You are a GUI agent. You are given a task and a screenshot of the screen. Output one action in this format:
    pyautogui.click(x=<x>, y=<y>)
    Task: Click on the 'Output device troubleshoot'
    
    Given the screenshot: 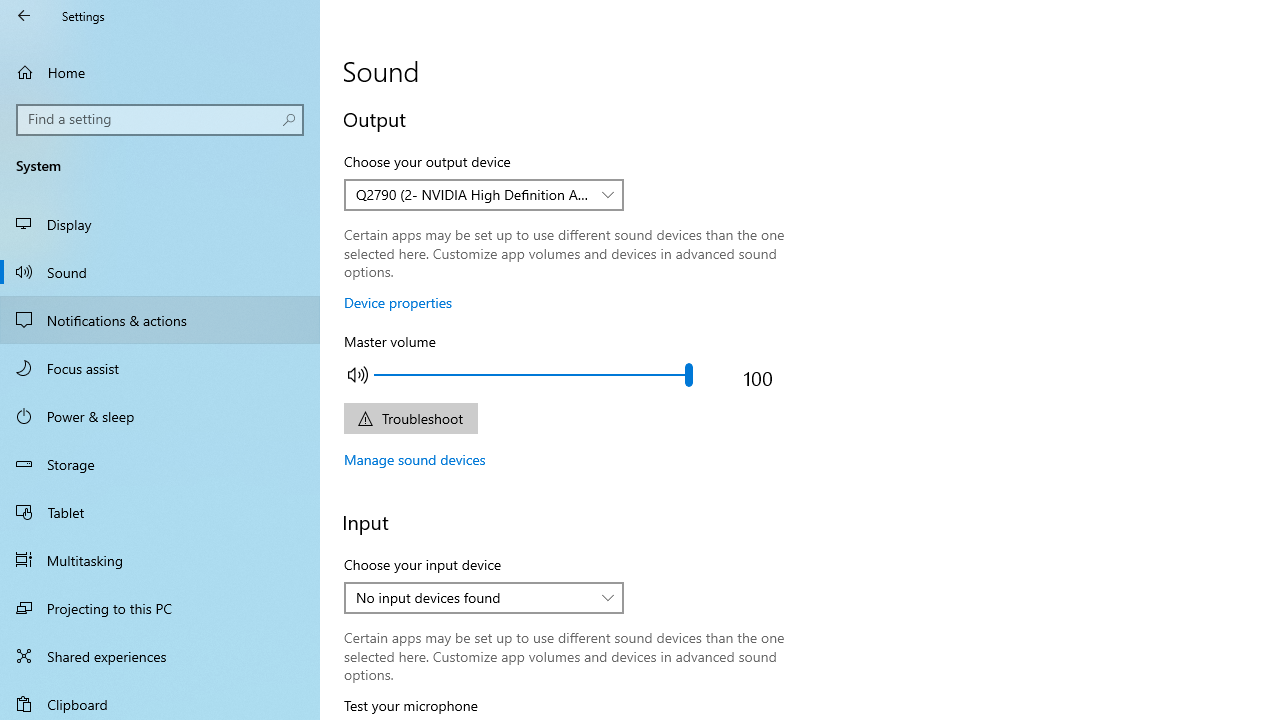 What is the action you would take?
    pyautogui.click(x=409, y=417)
    